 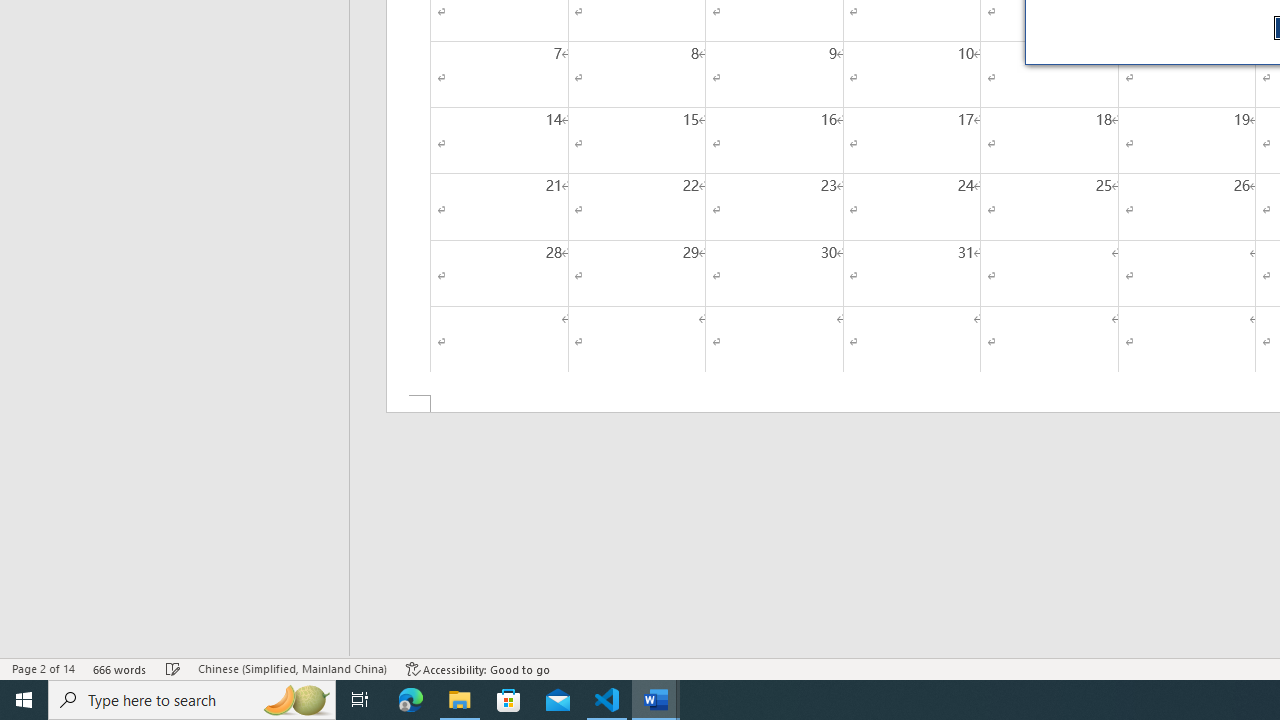 I want to click on 'Accessibility Checker Accessibility: Good to go', so click(x=477, y=669).